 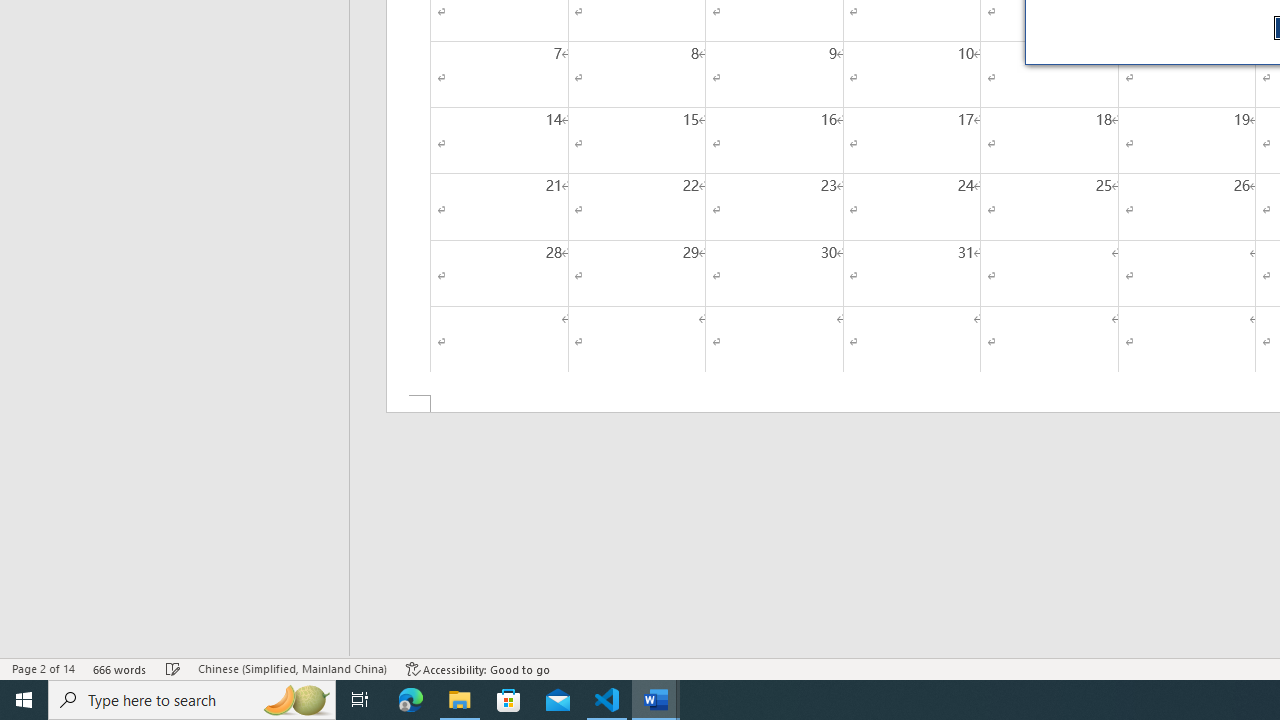 I want to click on 'Accessibility Checker Accessibility: Good to go', so click(x=477, y=669).